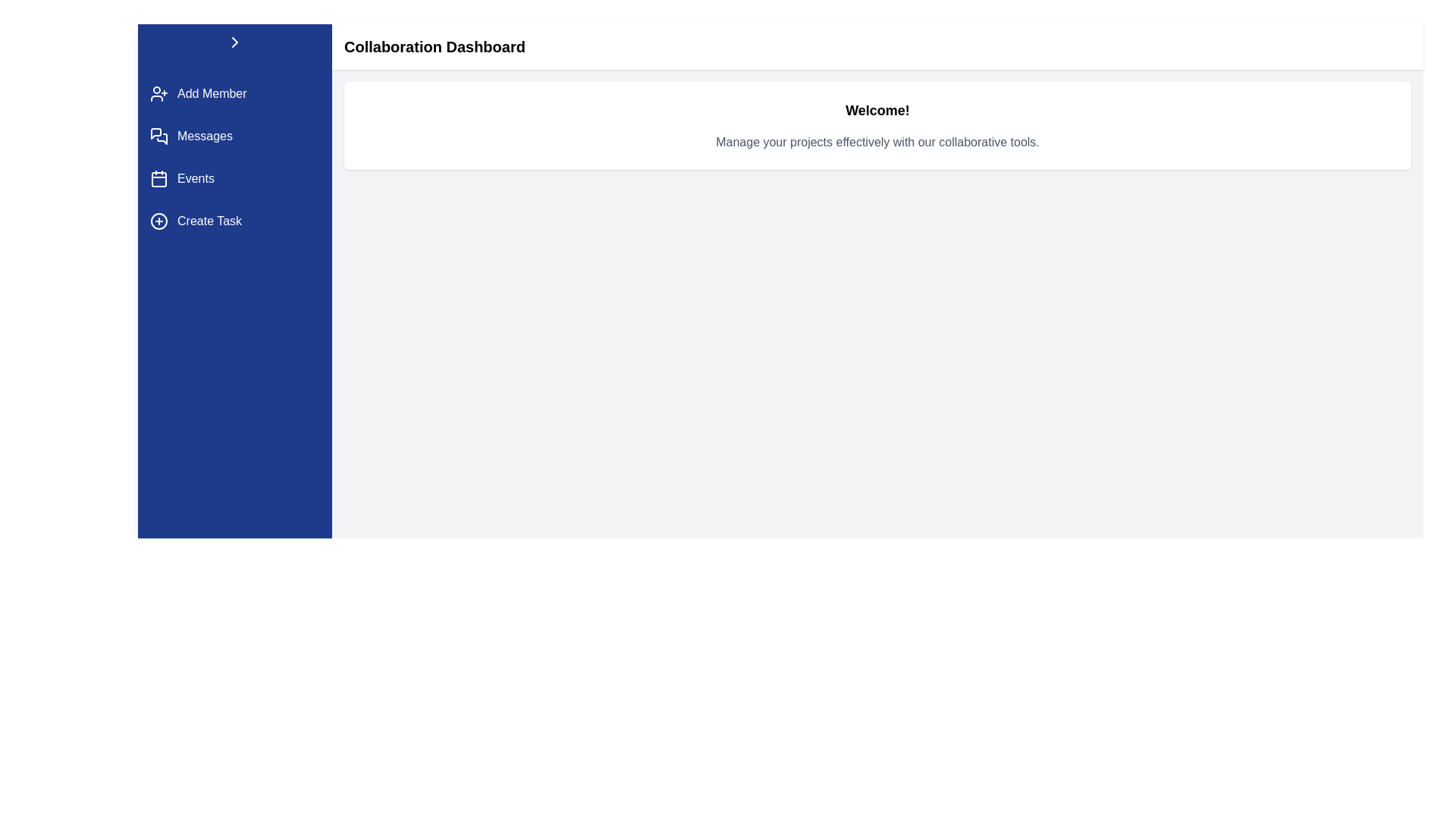 This screenshot has height=819, width=1456. Describe the element at coordinates (159, 93) in the screenshot. I see `the icon button depicting a user figure with a '+' symbol` at that location.